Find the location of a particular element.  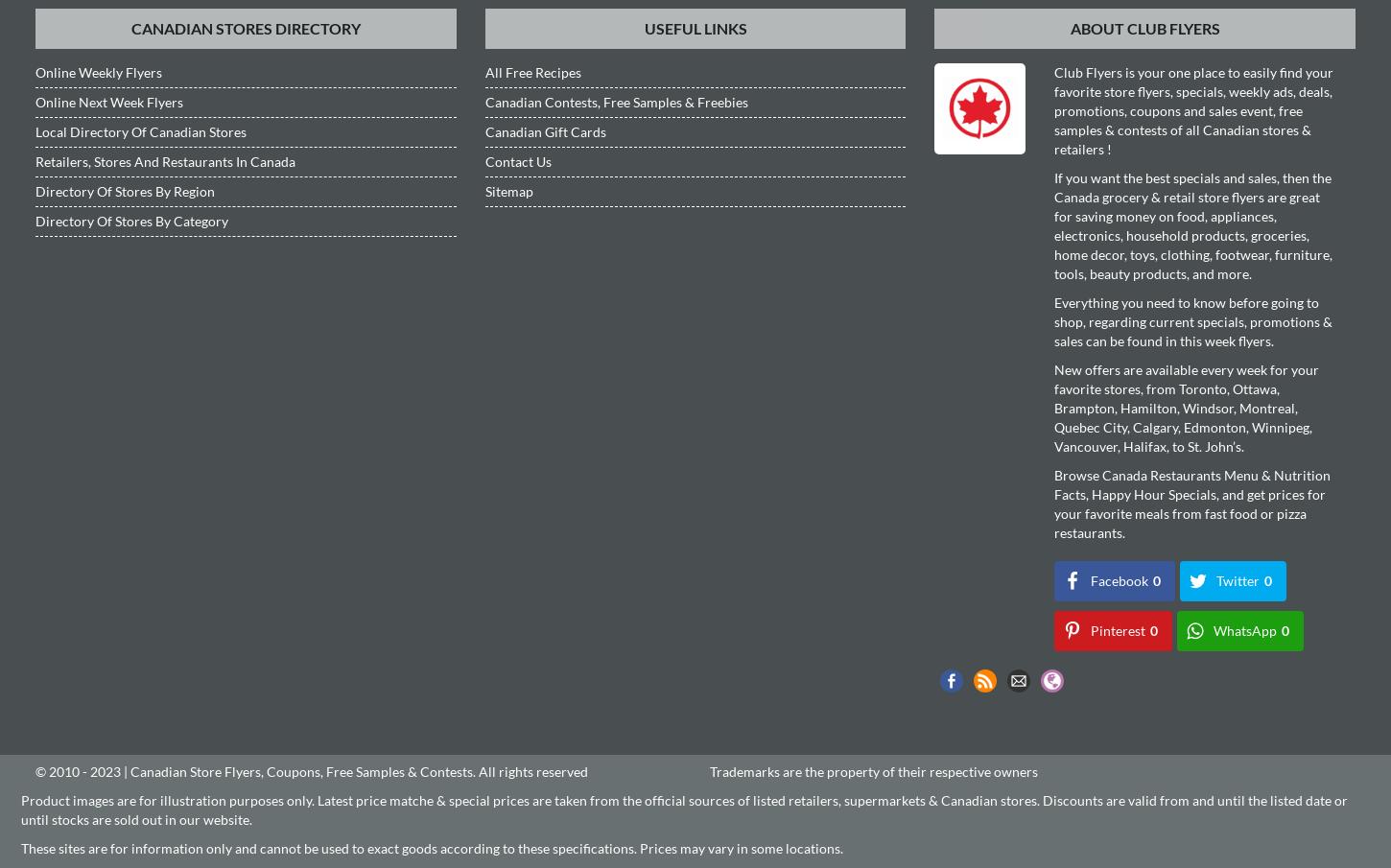

'Canadian Stores Directory' is located at coordinates (246, 27).